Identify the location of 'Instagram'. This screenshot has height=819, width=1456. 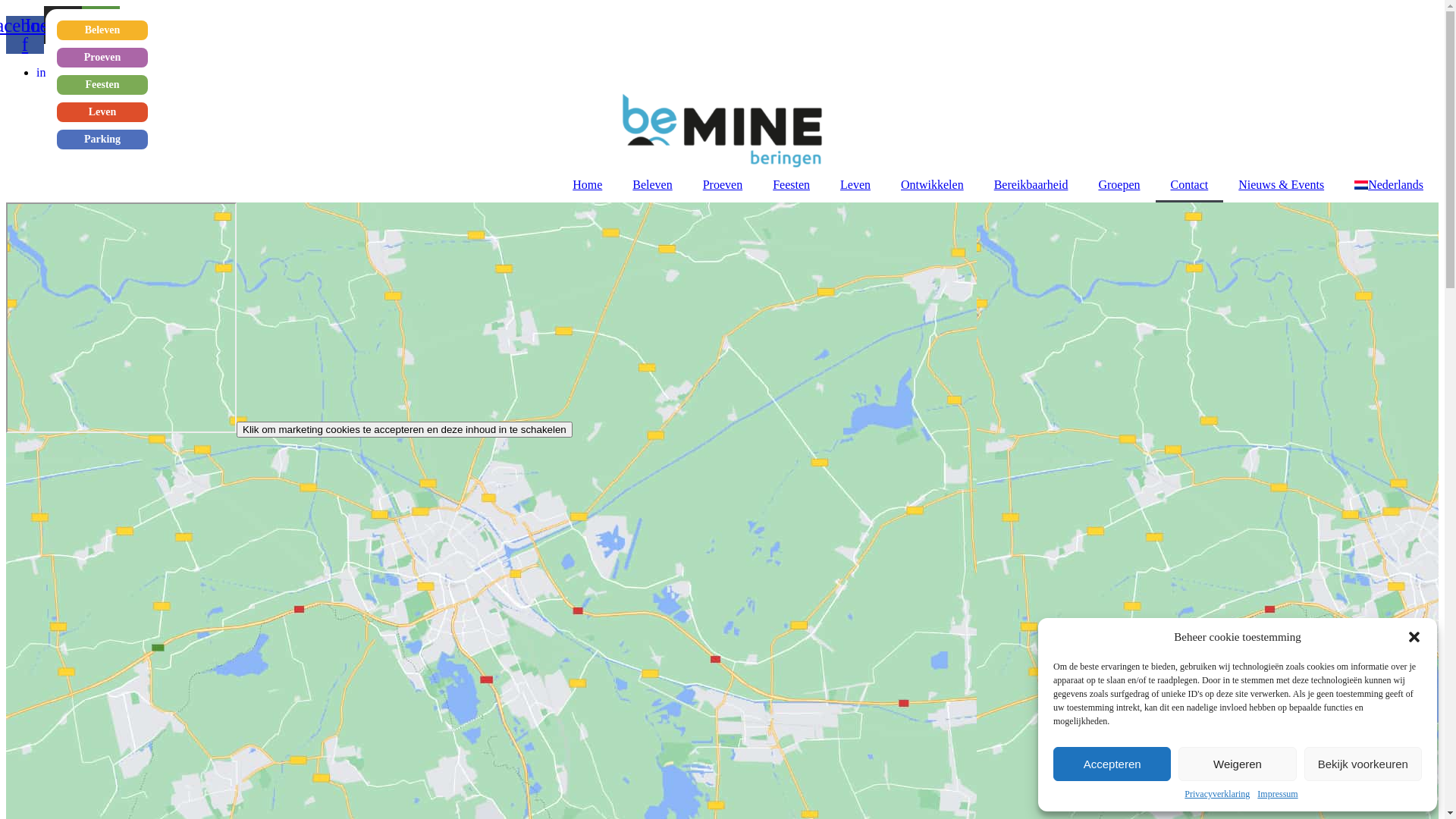
(61, 25).